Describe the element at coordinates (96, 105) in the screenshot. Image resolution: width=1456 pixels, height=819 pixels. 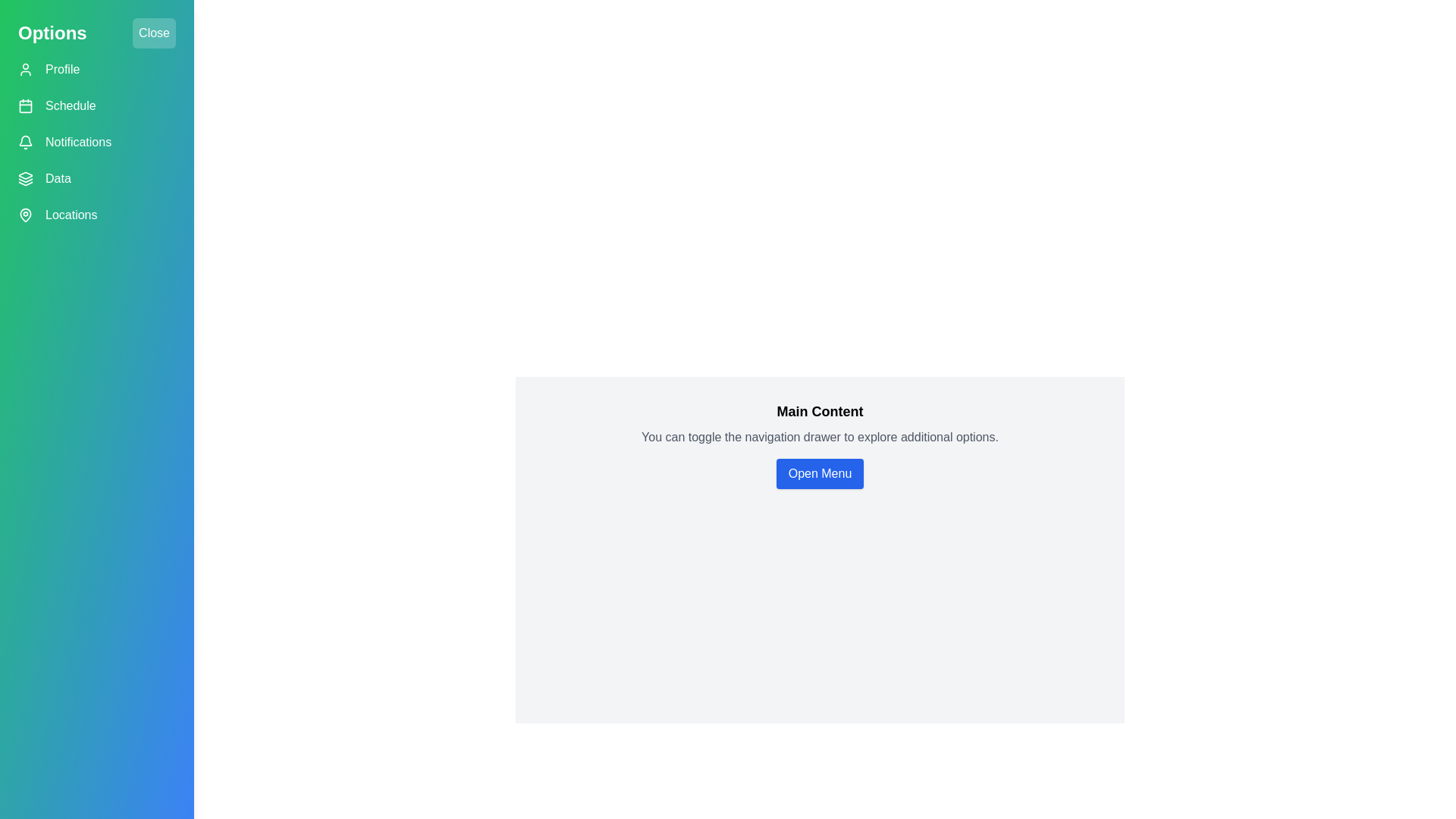
I see `the Schedule button in the navigation menu` at that location.